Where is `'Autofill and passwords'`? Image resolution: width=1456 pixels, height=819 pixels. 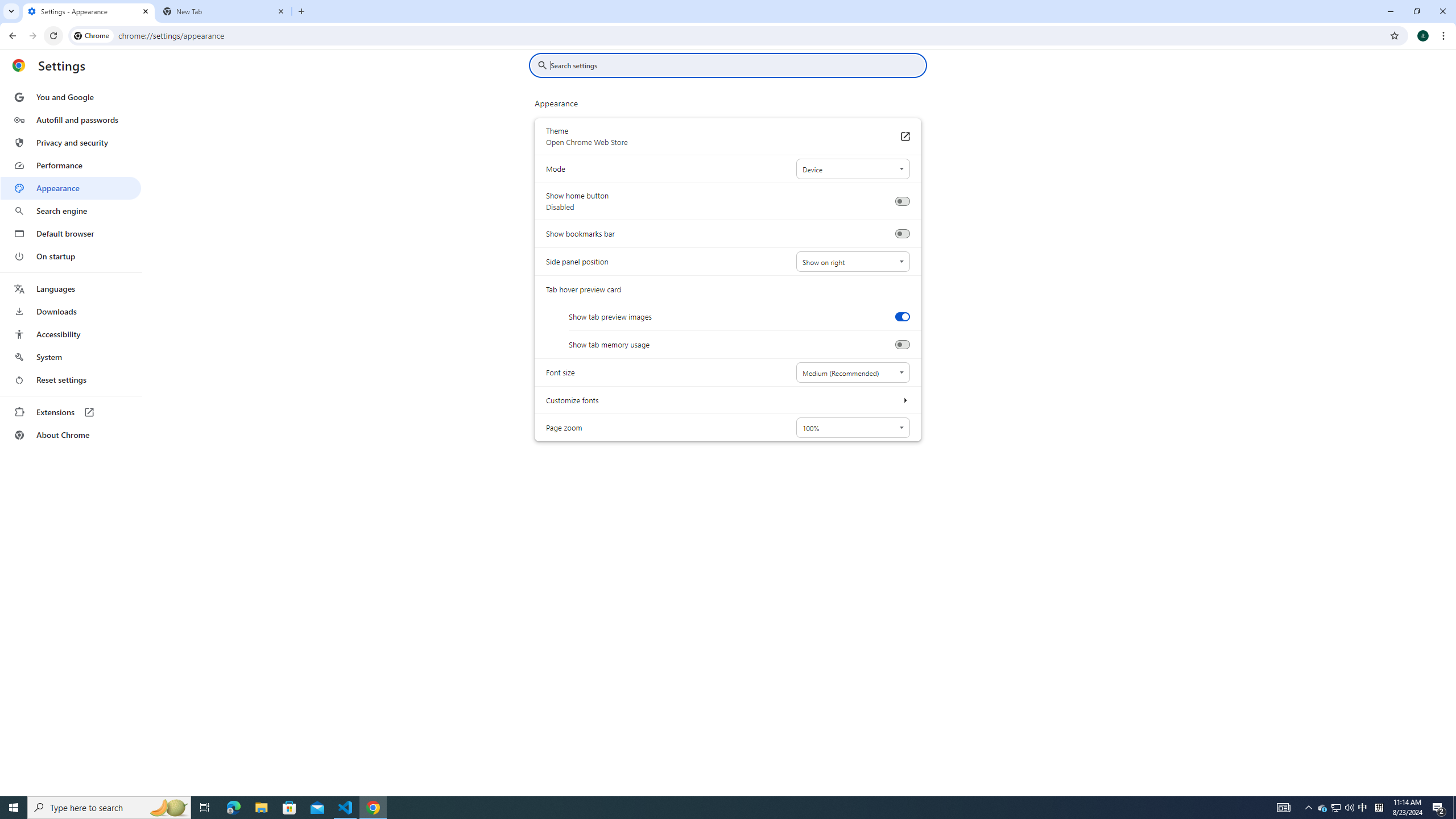
'Autofill and passwords' is located at coordinates (70, 119).